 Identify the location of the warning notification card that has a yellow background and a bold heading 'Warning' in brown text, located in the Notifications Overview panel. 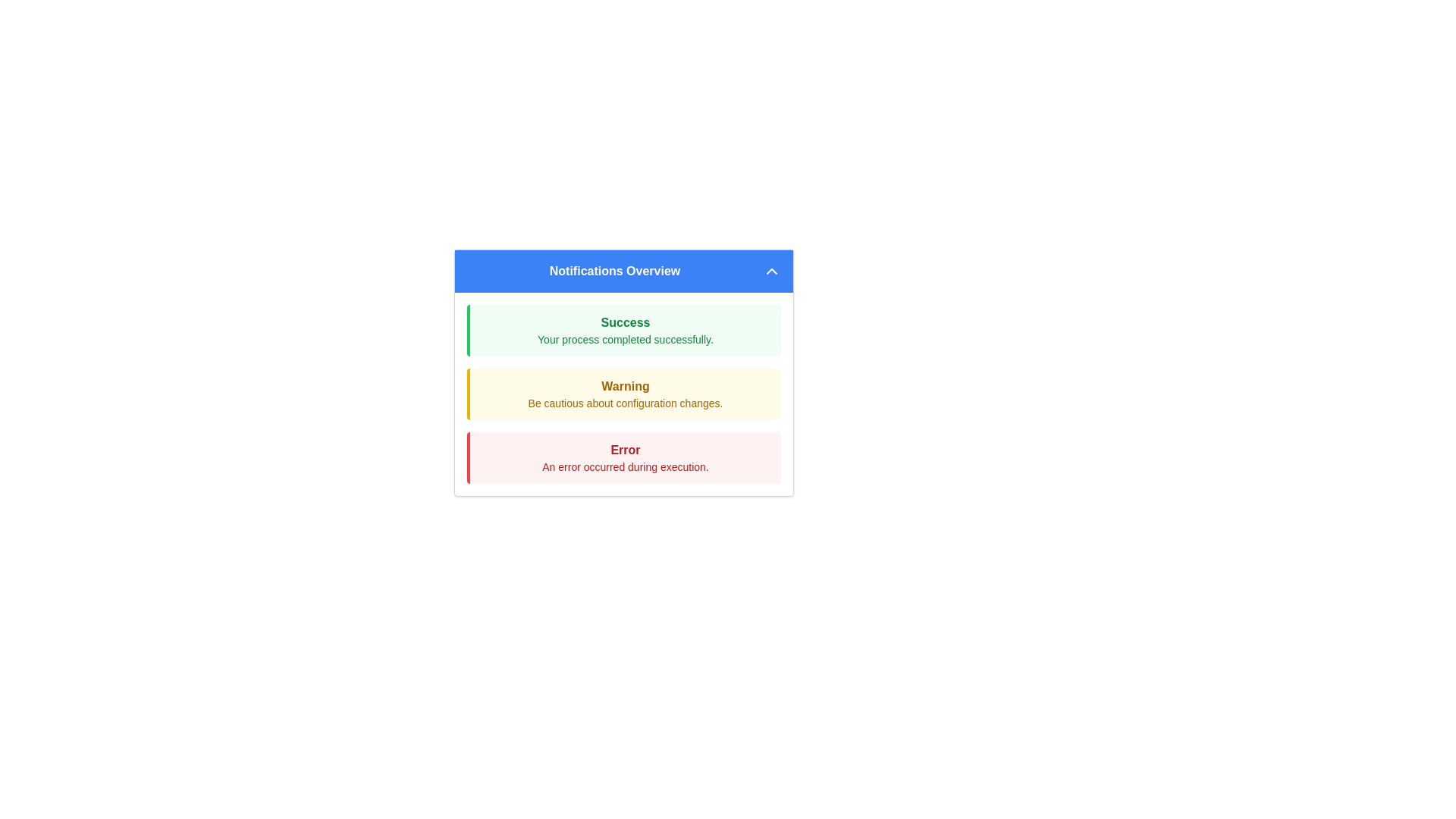
(623, 373).